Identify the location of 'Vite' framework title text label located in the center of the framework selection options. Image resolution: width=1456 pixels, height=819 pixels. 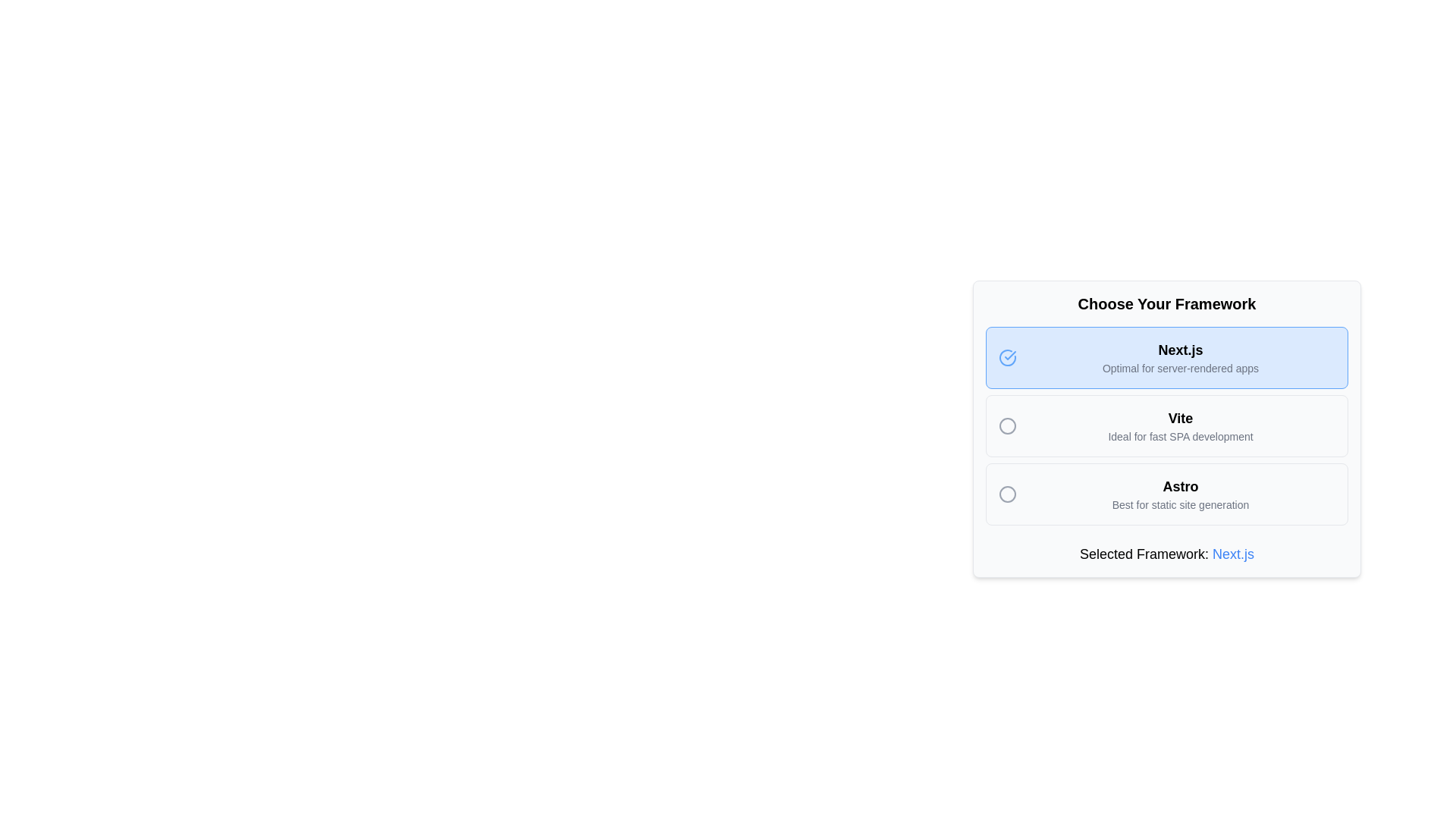
(1179, 418).